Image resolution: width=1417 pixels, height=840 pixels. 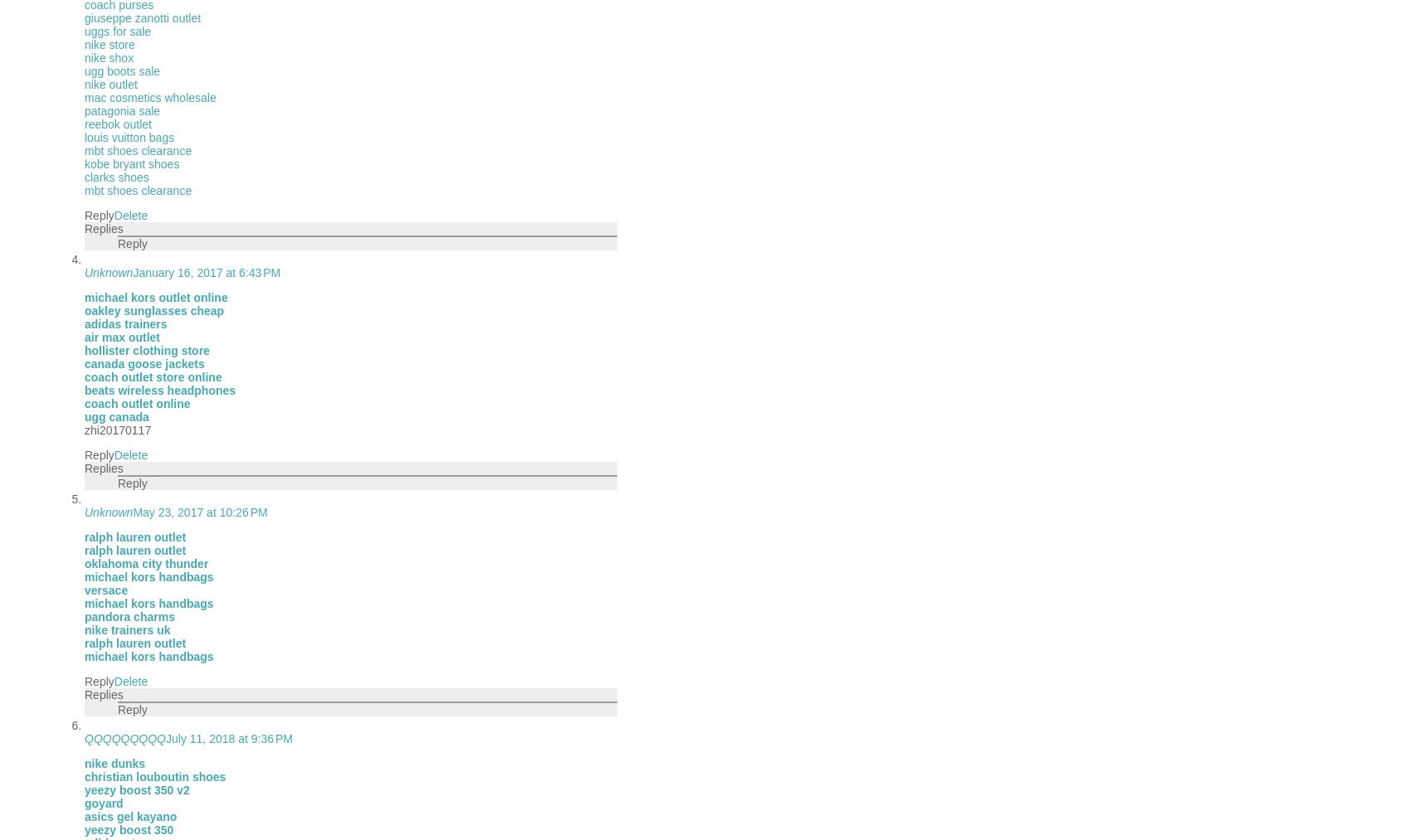 What do you see at coordinates (110, 43) in the screenshot?
I see `'nike store'` at bounding box center [110, 43].